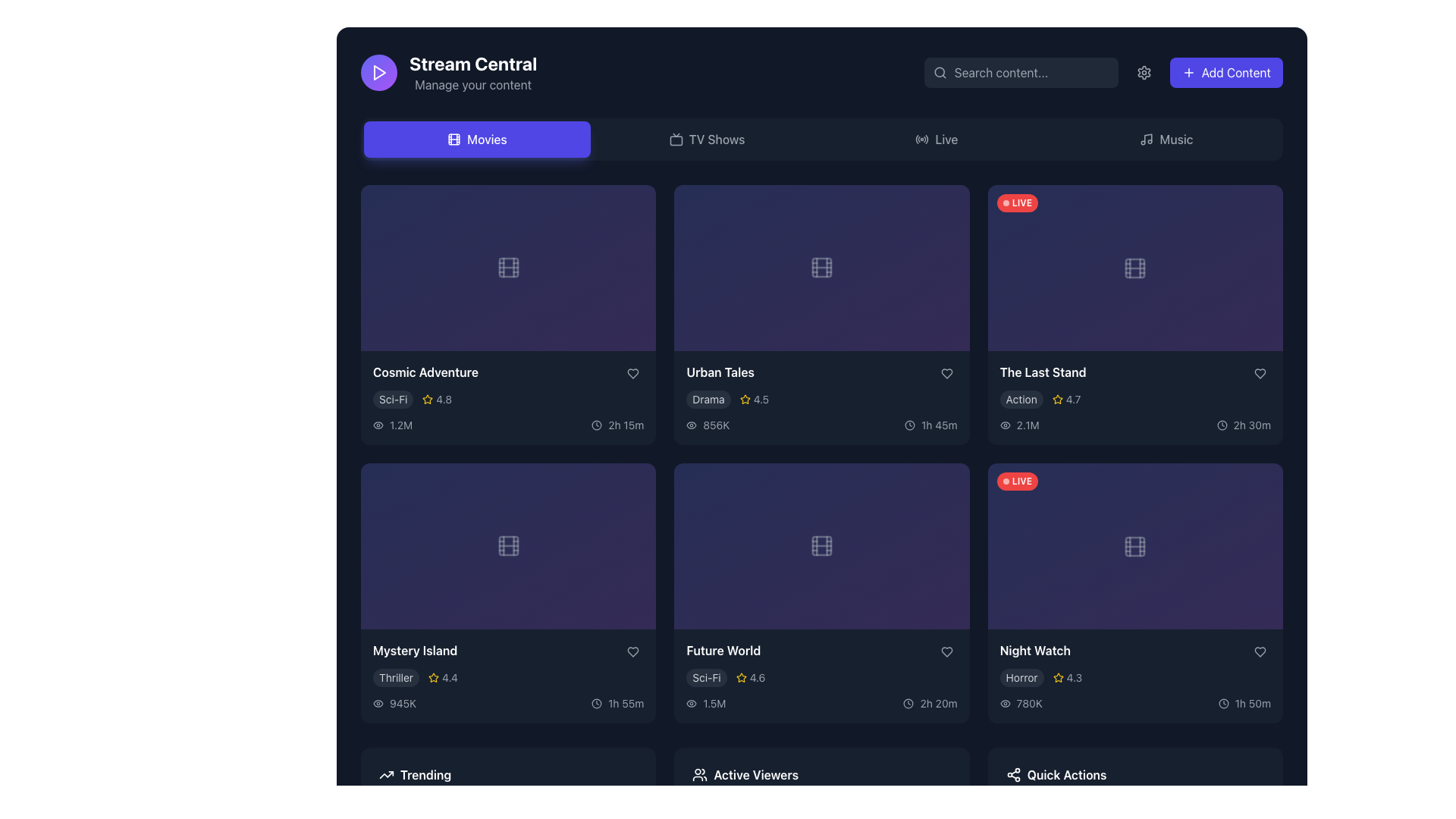  I want to click on the gear icon button in the top navigation bar, so click(1144, 73).